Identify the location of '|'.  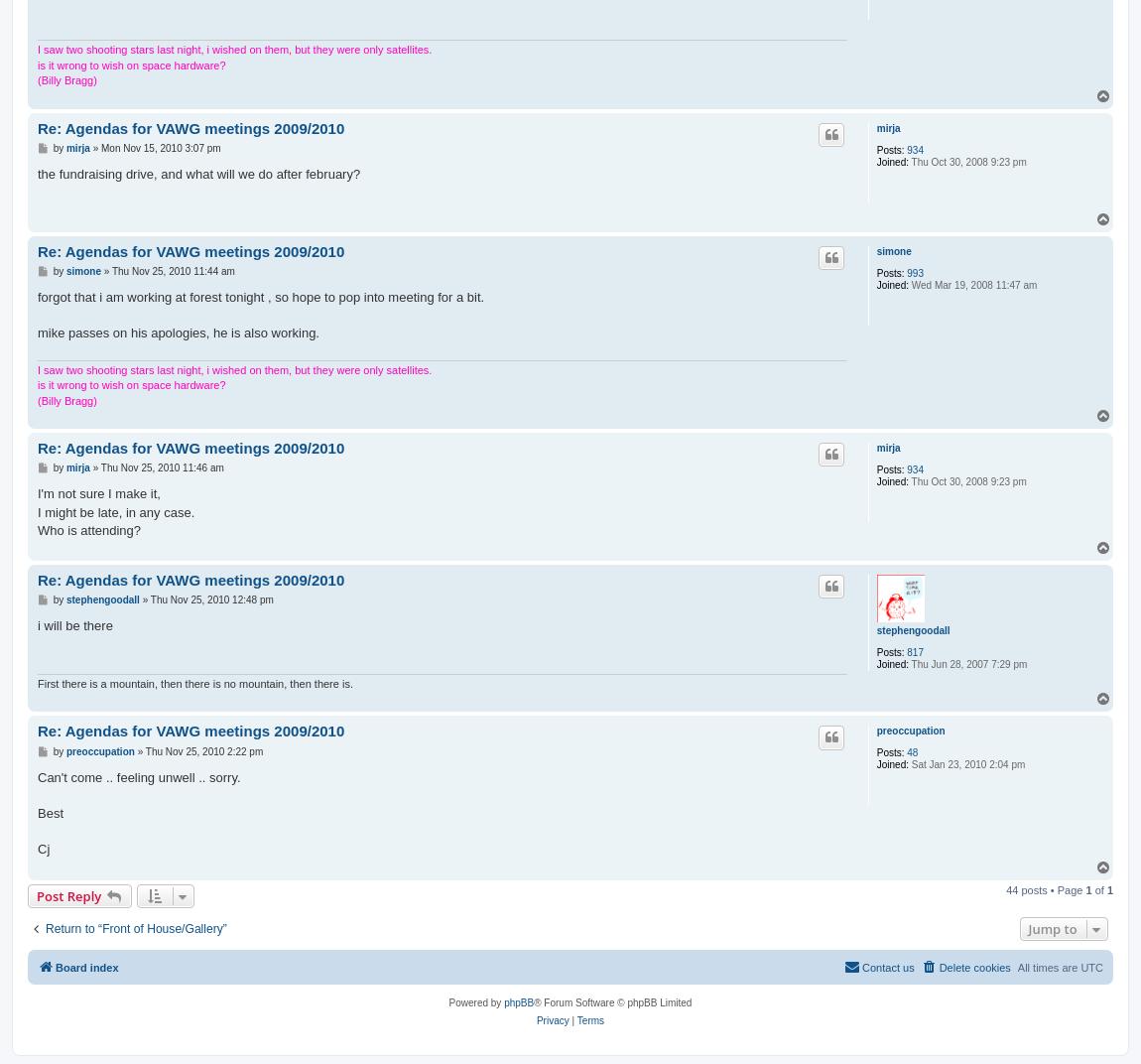
(570, 1020).